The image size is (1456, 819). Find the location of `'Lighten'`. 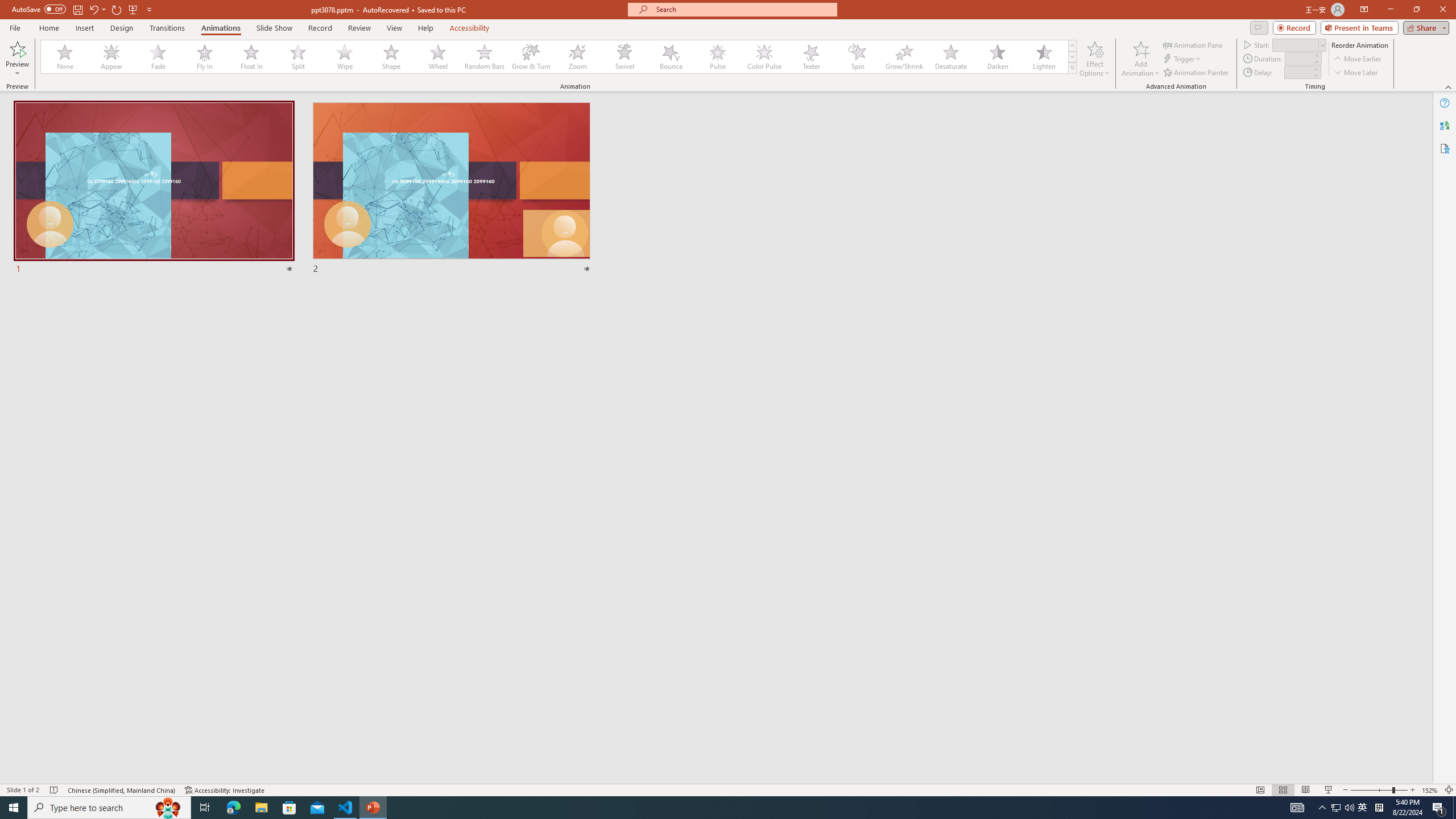

'Lighten' is located at coordinates (1043, 56).